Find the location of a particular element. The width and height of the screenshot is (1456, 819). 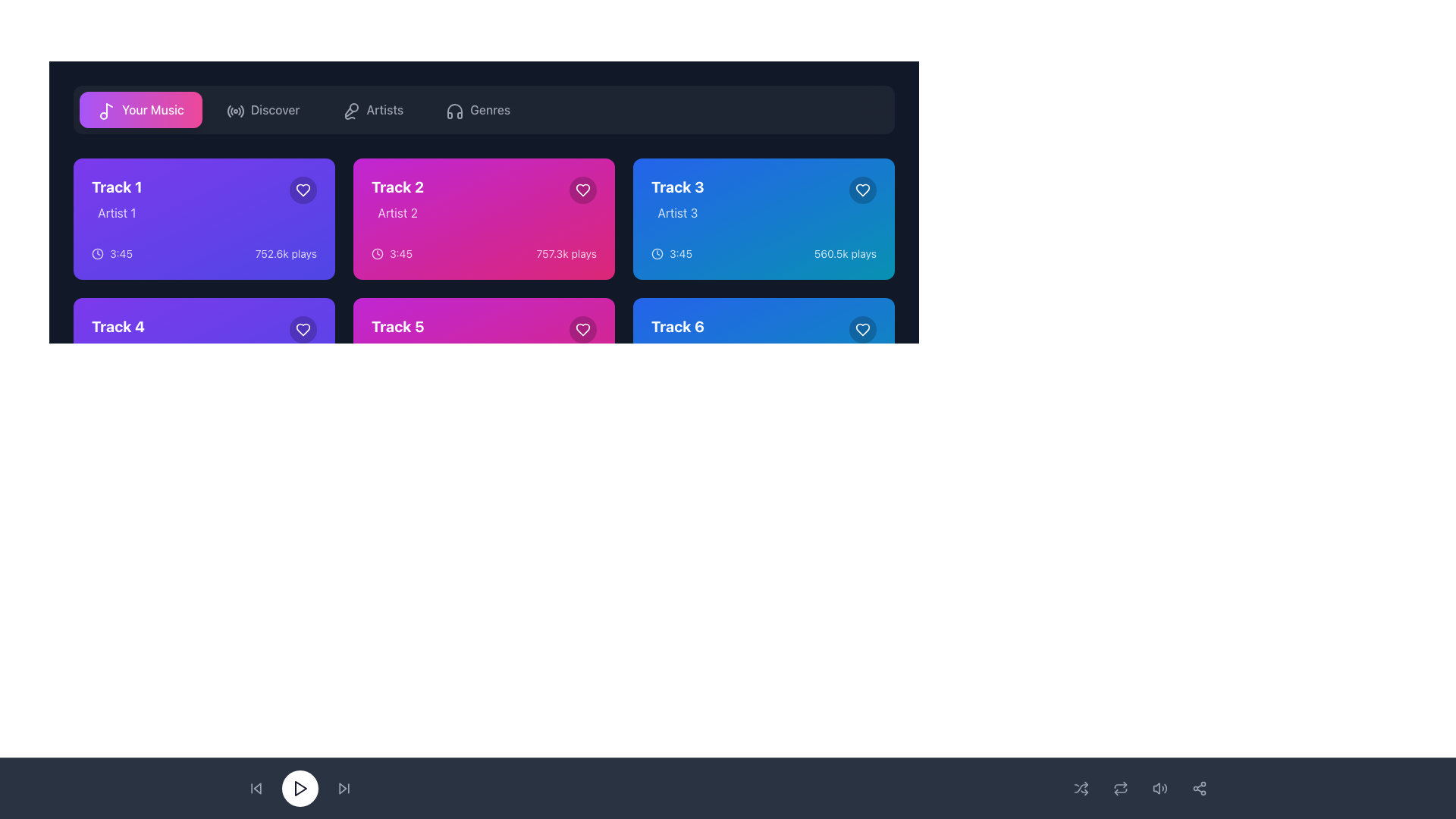

the audio volume control button, which is the third interactive control from the left in the bottom control panel is located at coordinates (1159, 788).